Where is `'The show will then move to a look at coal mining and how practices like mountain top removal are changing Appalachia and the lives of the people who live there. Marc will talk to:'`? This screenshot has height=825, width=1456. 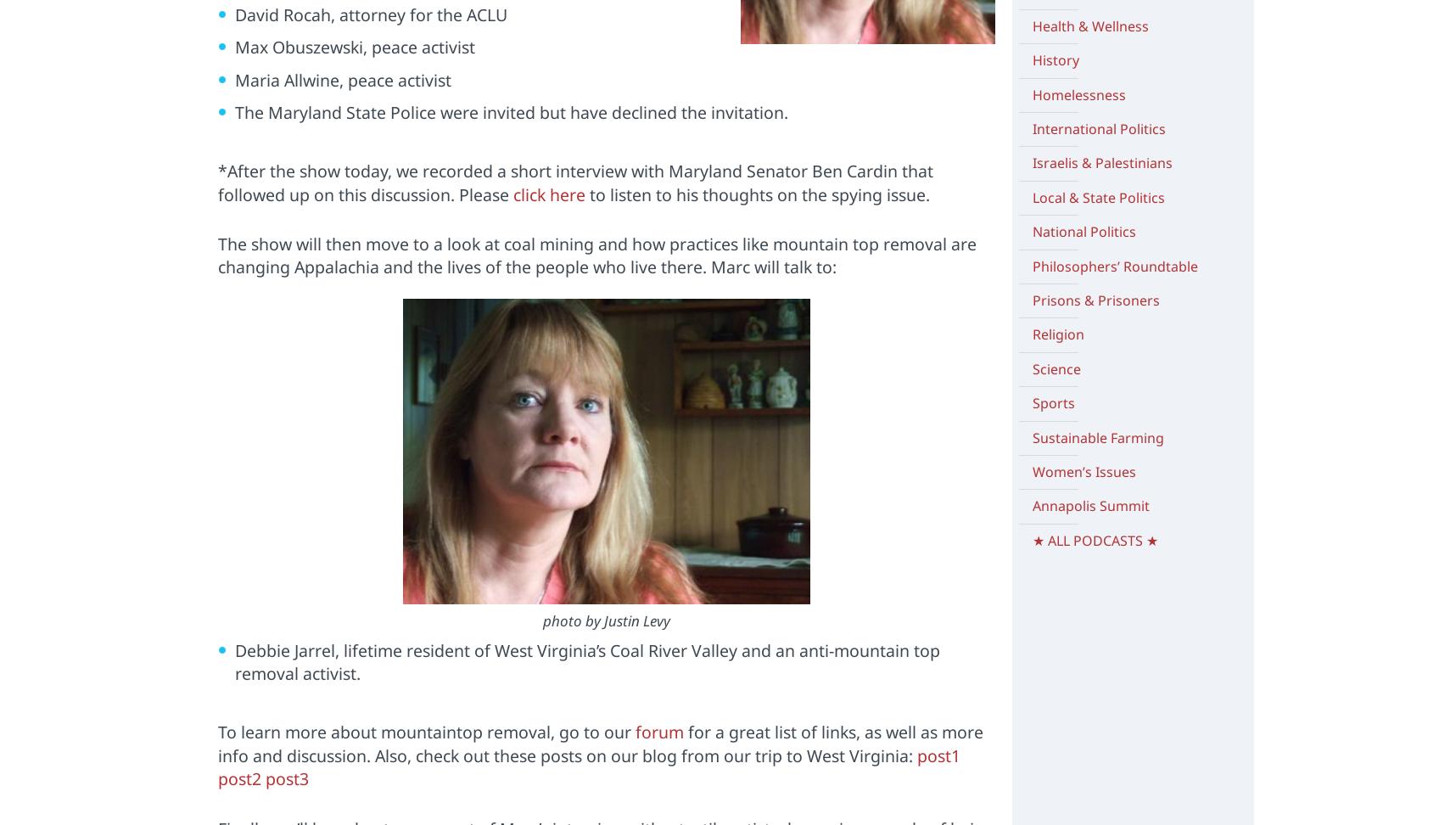
'The show will then move to a look at coal mining and how practices like mountain top removal are changing Appalachia and the lives of the people who live there. Marc will talk to:' is located at coordinates (596, 255).